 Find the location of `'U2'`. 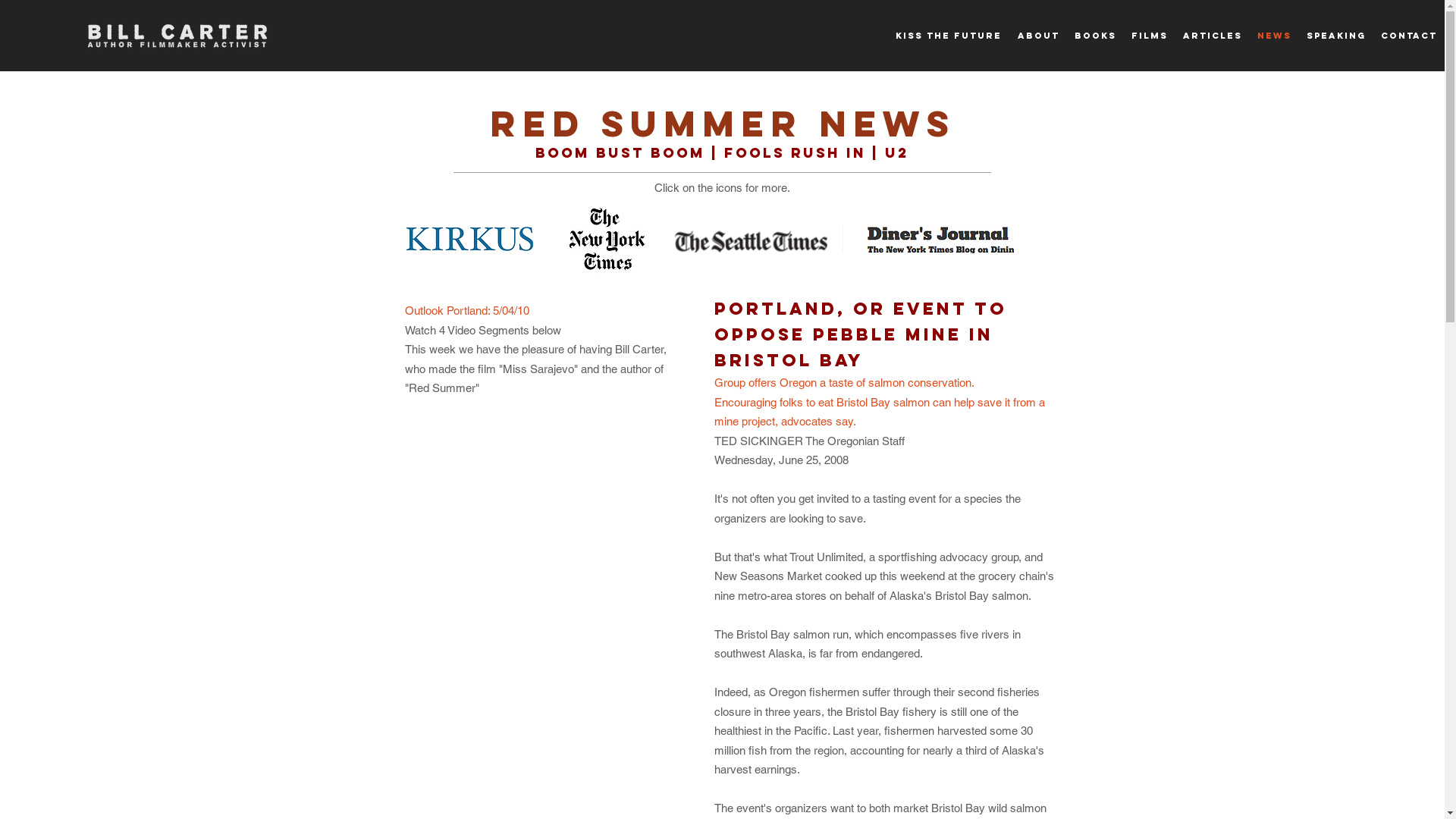

'U2' is located at coordinates (896, 152).